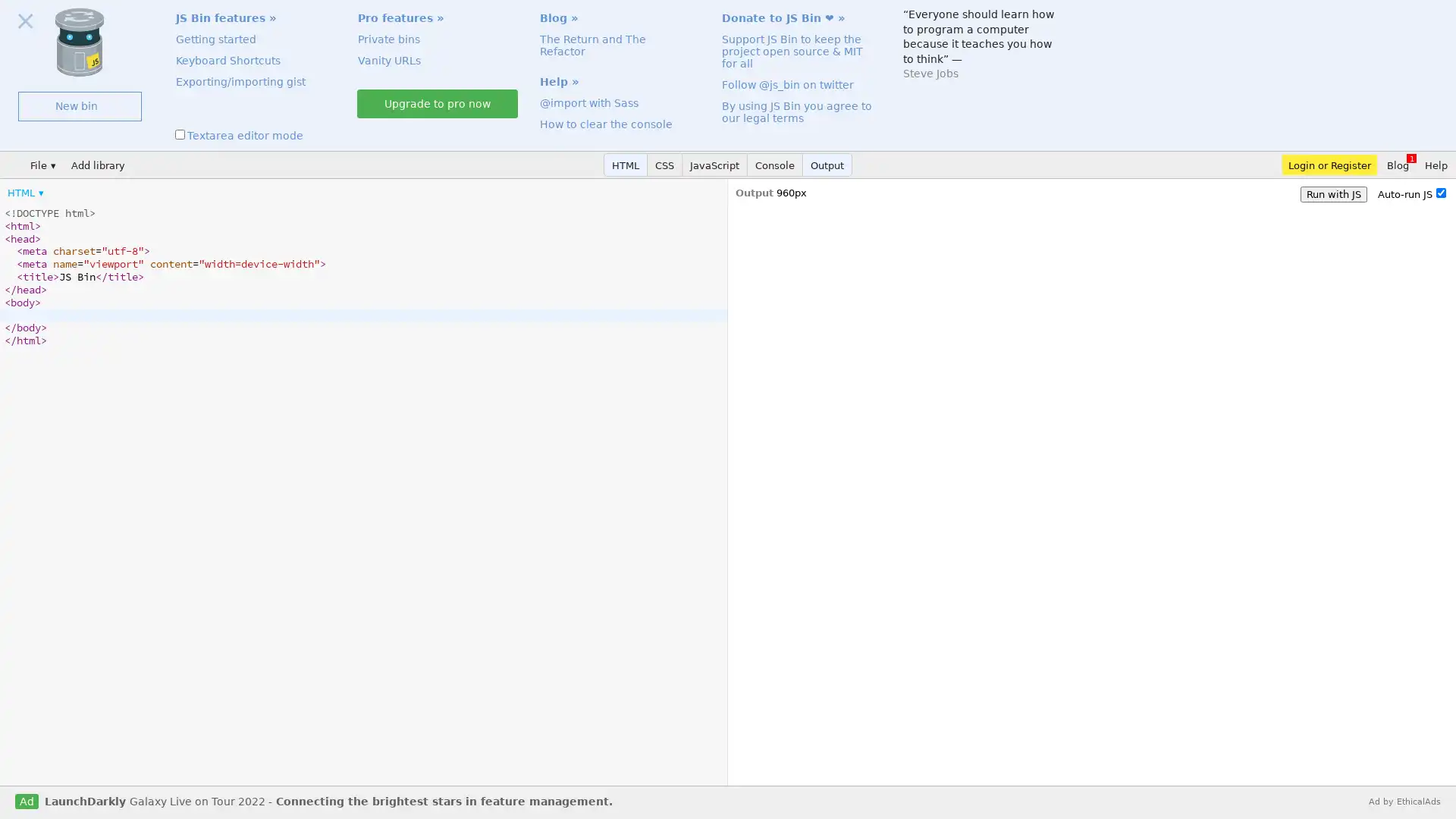 This screenshot has height=819, width=1456. What do you see at coordinates (714, 165) in the screenshot?
I see `JavaScript Panel: Inactive` at bounding box center [714, 165].